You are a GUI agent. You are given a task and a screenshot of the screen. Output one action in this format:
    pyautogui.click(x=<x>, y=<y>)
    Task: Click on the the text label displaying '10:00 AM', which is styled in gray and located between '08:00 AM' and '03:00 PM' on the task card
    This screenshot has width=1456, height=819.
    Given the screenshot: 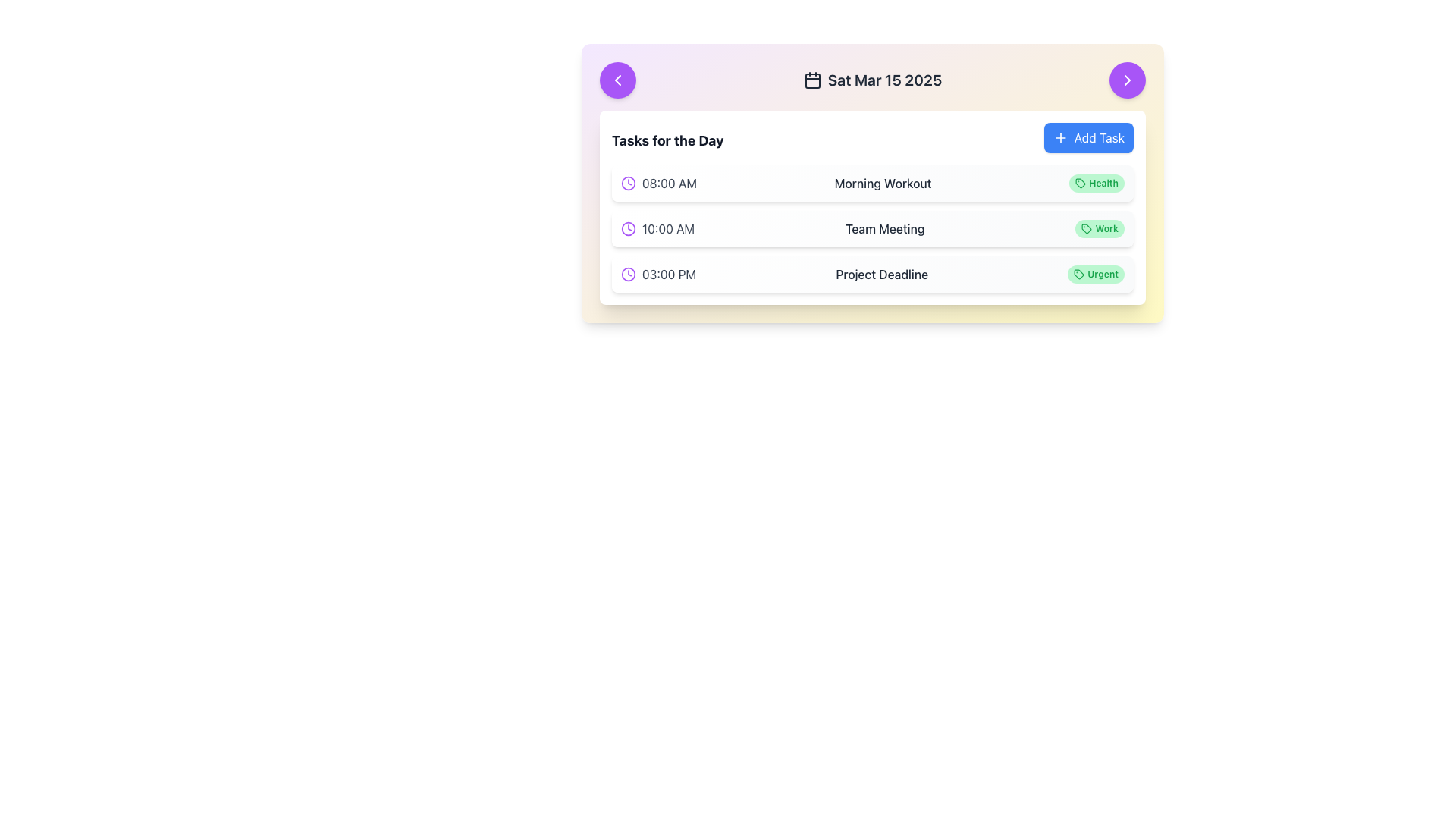 What is the action you would take?
    pyautogui.click(x=667, y=228)
    